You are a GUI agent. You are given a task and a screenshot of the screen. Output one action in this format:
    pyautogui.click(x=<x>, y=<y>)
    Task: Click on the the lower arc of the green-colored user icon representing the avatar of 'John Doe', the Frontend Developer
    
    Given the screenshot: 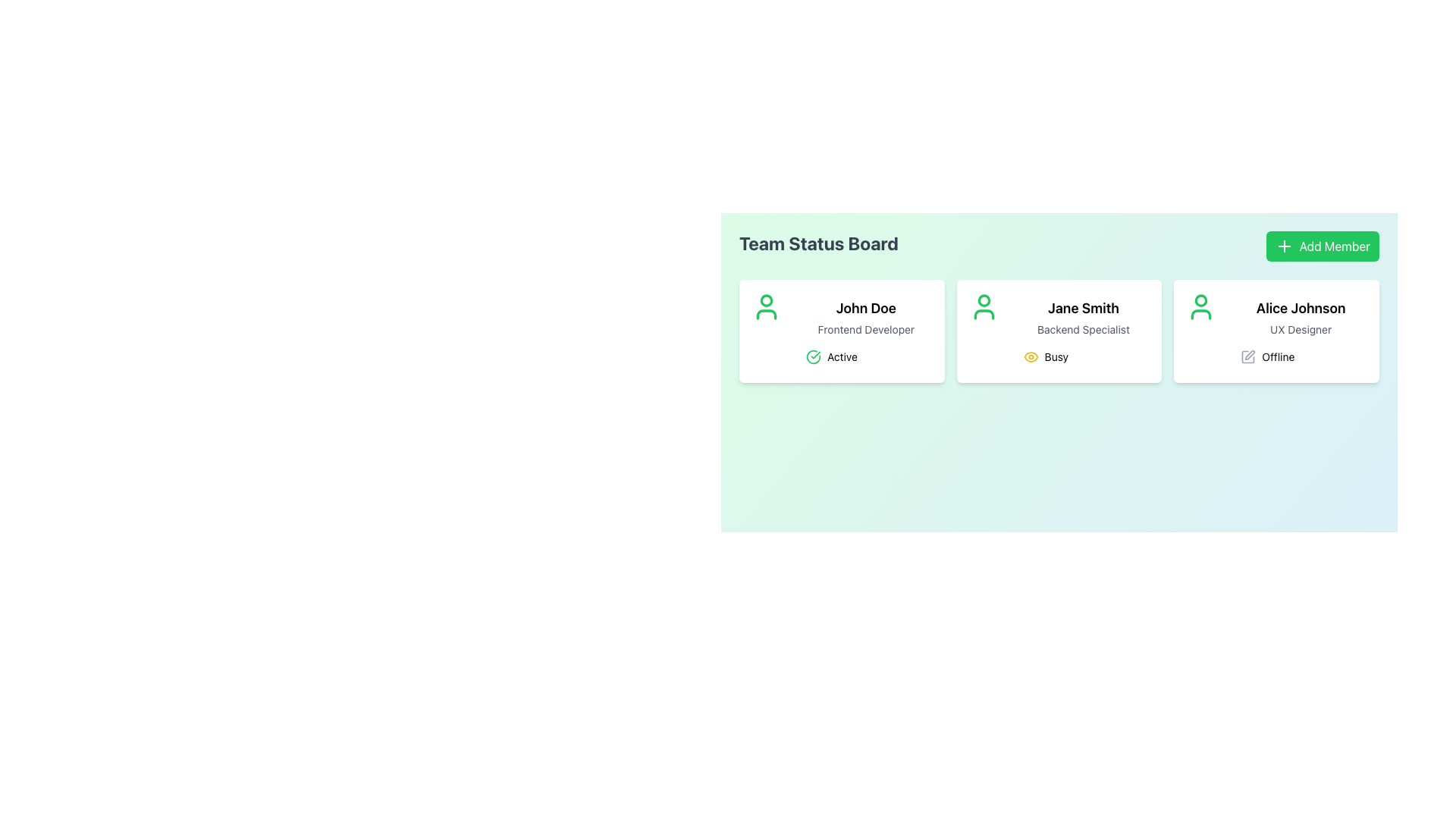 What is the action you would take?
    pyautogui.click(x=767, y=314)
    